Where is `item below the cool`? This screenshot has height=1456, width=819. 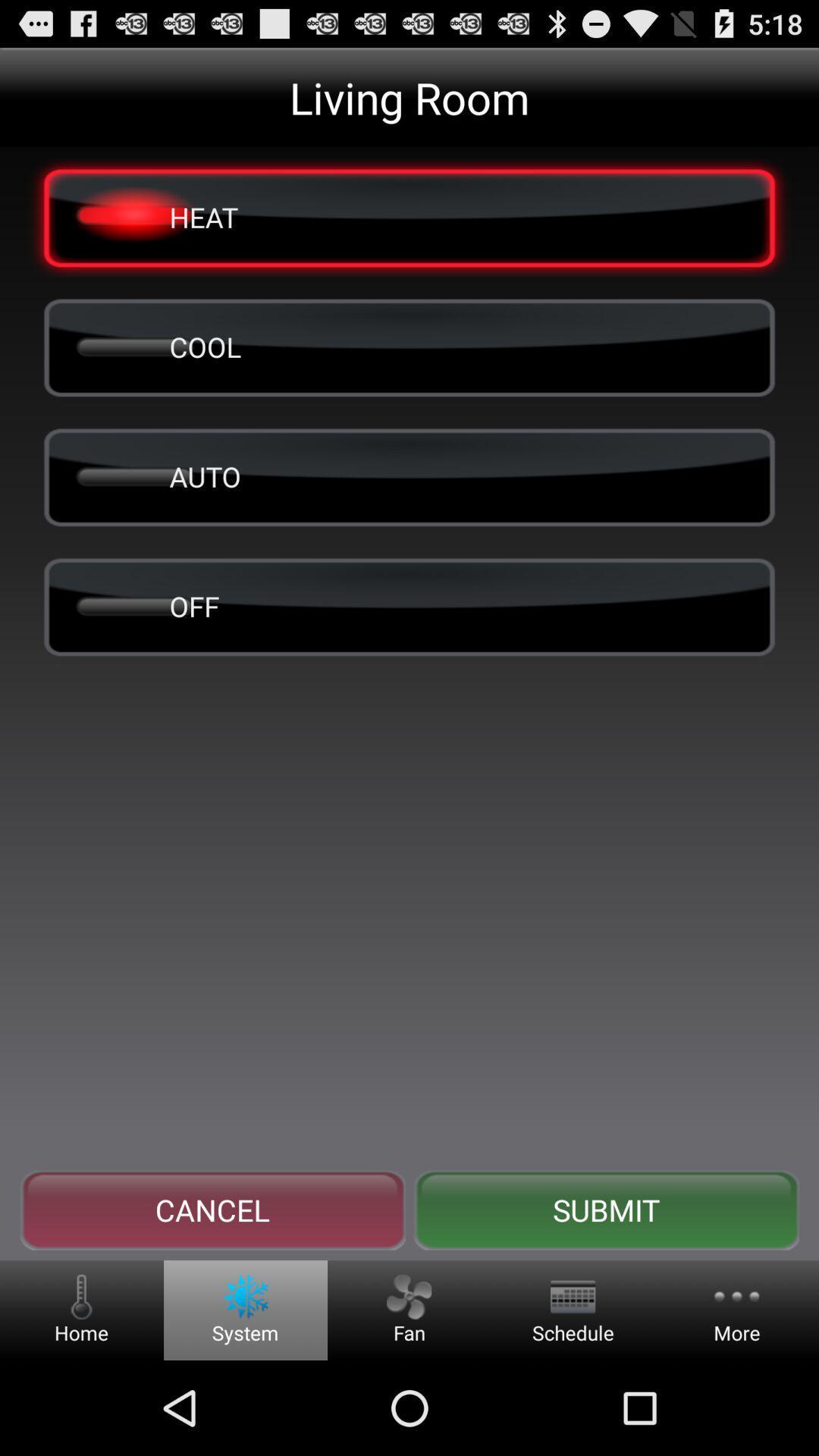
item below the cool is located at coordinates (409, 475).